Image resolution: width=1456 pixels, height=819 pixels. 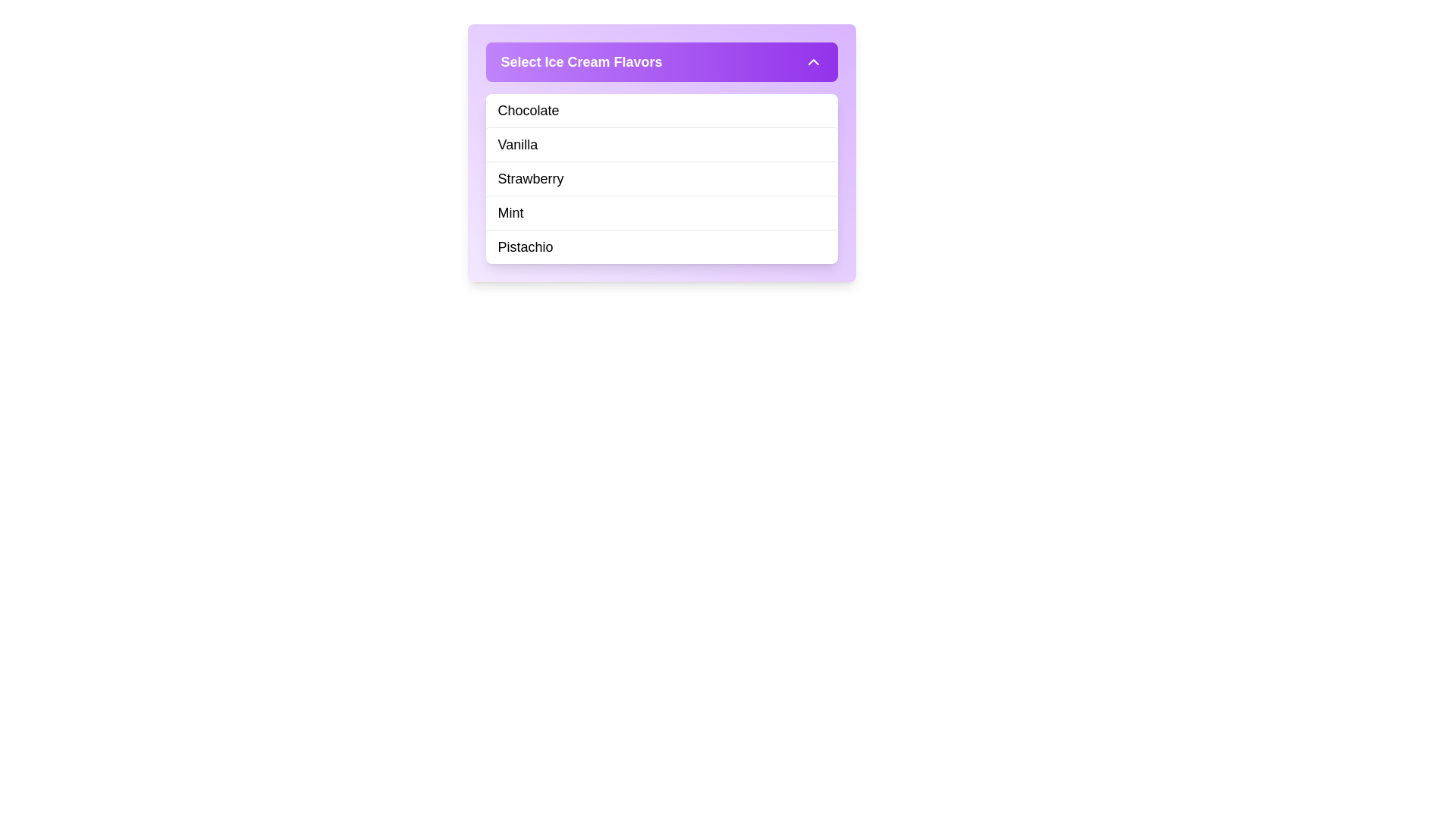 I want to click on the first selectable item in the dropdown menu titled 'Select Ice Cream Flavors', so click(x=661, y=110).